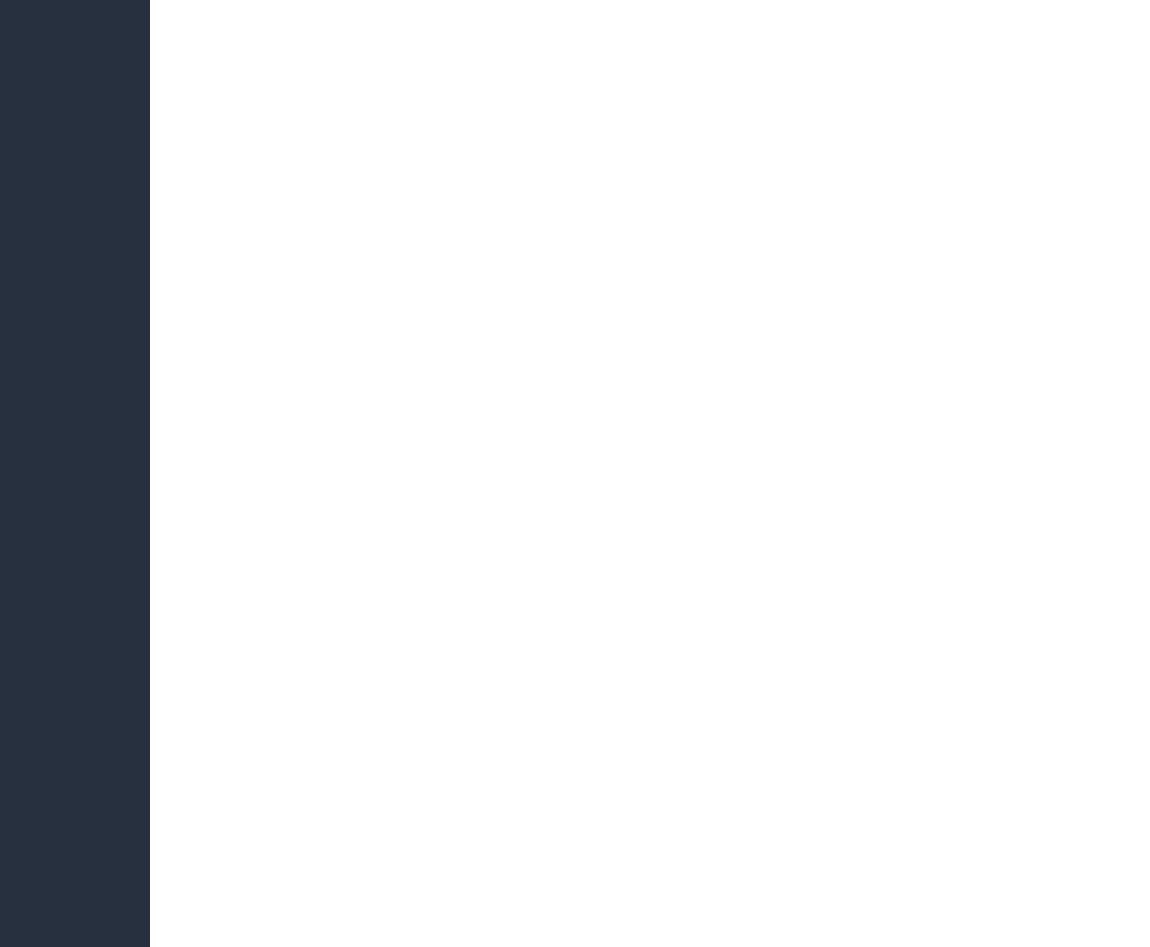  What do you see at coordinates (406, 794) in the screenshot?
I see `'Run-off against Putin would be 'success', say opposition'` at bounding box center [406, 794].